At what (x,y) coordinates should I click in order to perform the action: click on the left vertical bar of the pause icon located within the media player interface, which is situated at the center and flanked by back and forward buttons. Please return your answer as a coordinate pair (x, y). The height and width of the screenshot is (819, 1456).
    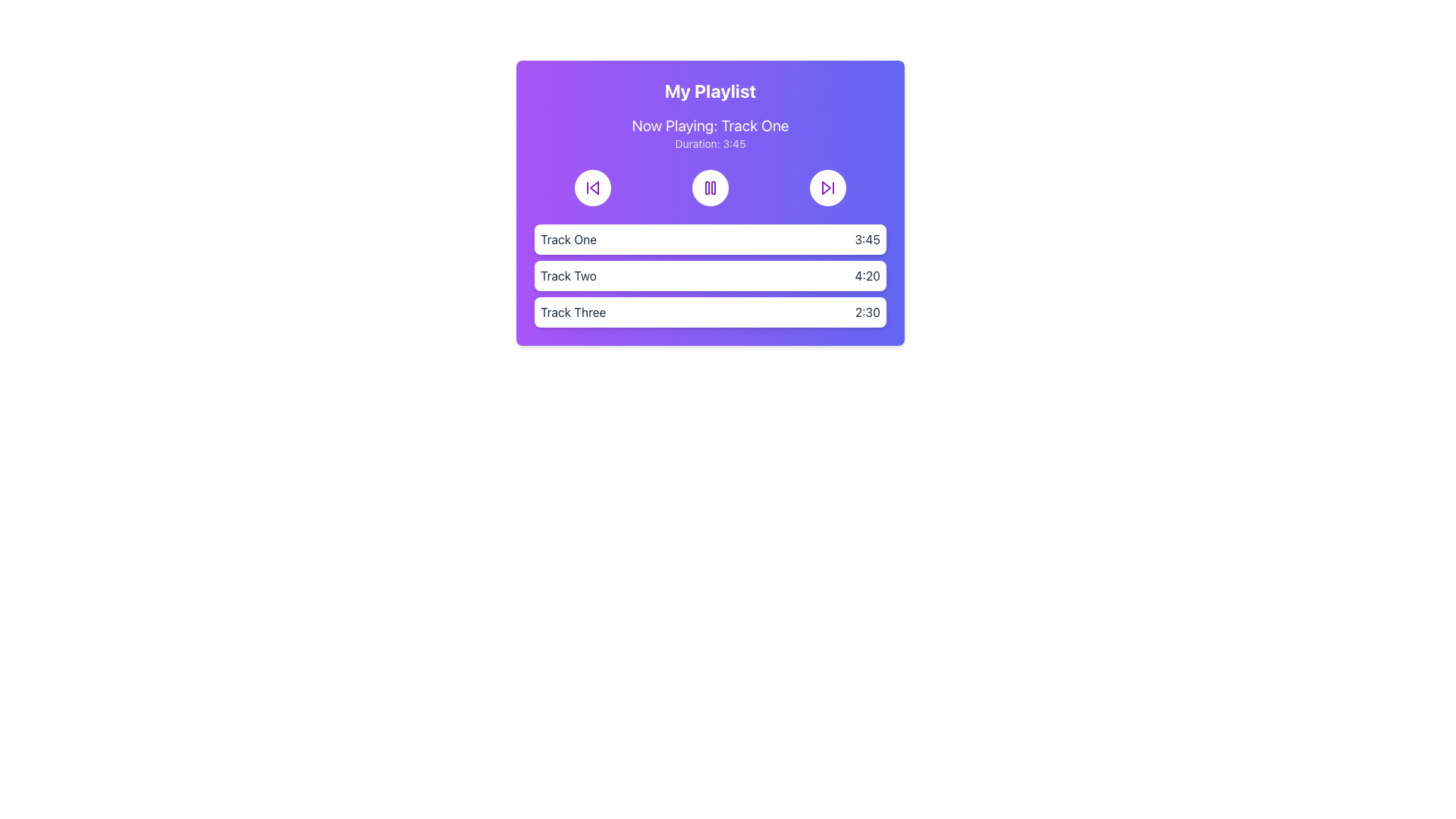
    Looking at the image, I should click on (706, 187).